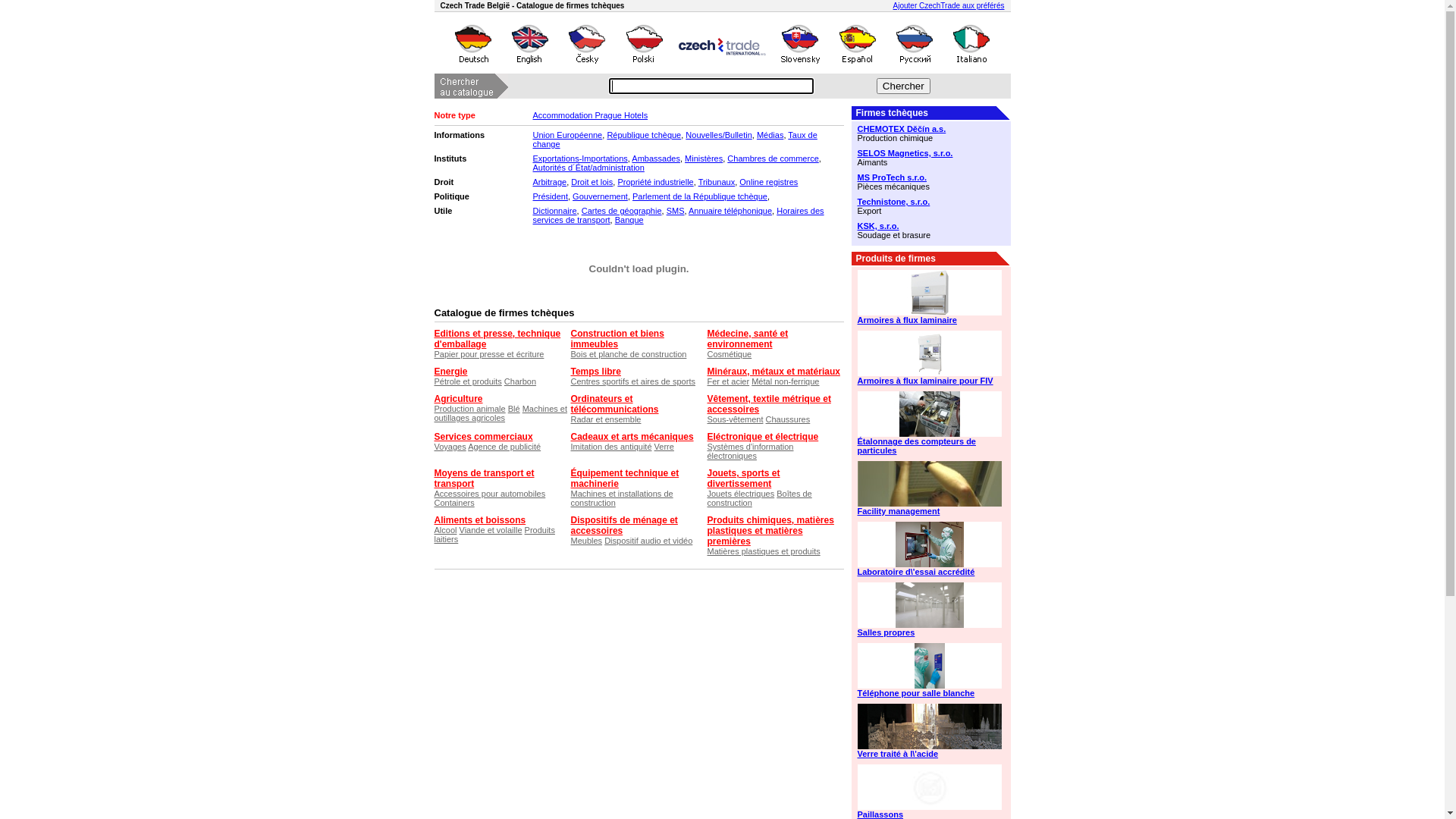 Image resolution: width=1456 pixels, height=819 pixels. Describe the element at coordinates (595, 371) in the screenshot. I see `'Temps libre'` at that location.